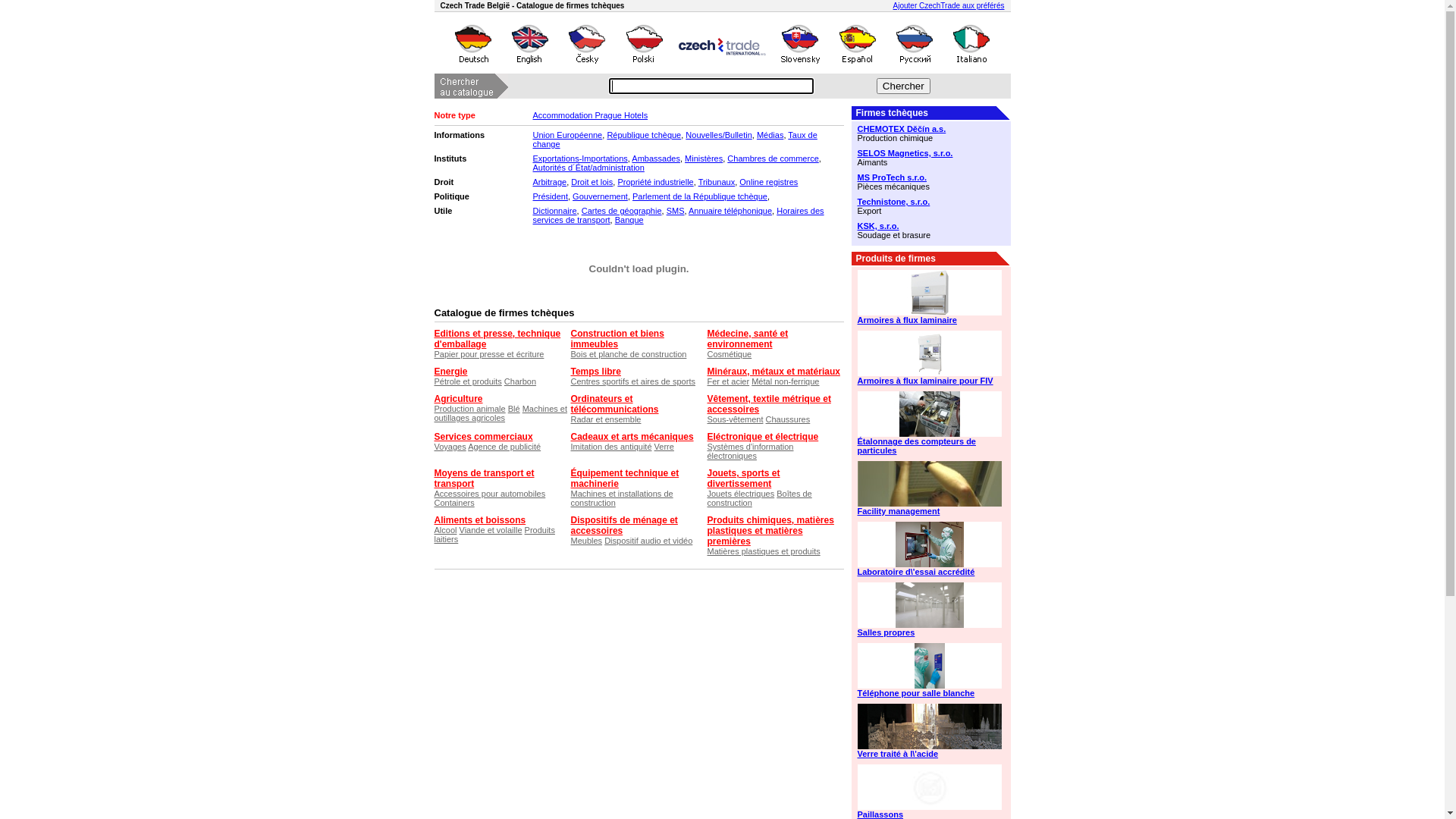 Image resolution: width=1456 pixels, height=819 pixels. Describe the element at coordinates (595, 371) in the screenshot. I see `'Temps libre'` at that location.